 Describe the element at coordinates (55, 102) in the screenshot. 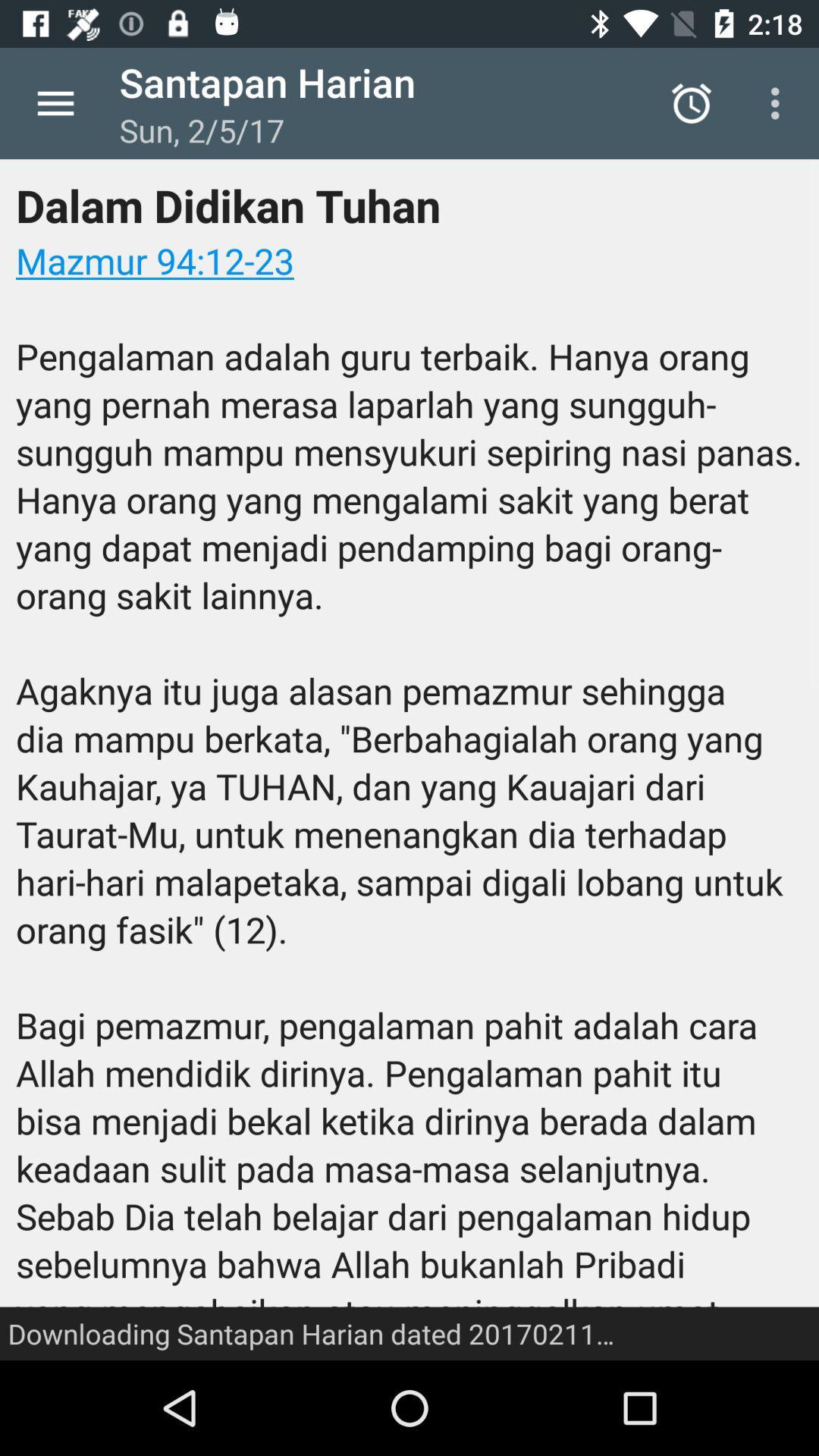

I see `icon to the left of santapan harian icon` at that location.